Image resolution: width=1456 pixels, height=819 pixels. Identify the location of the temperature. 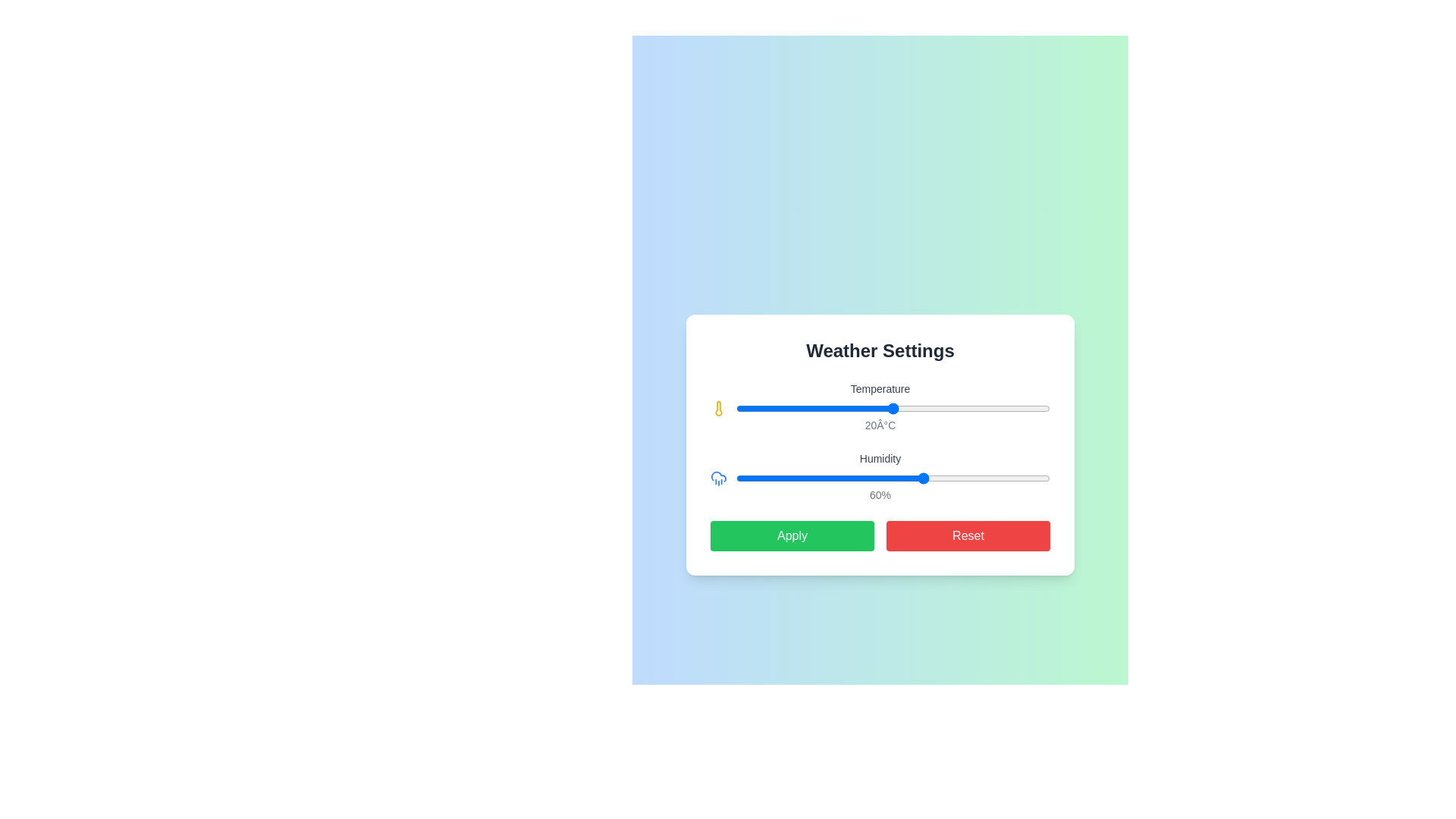
(971, 408).